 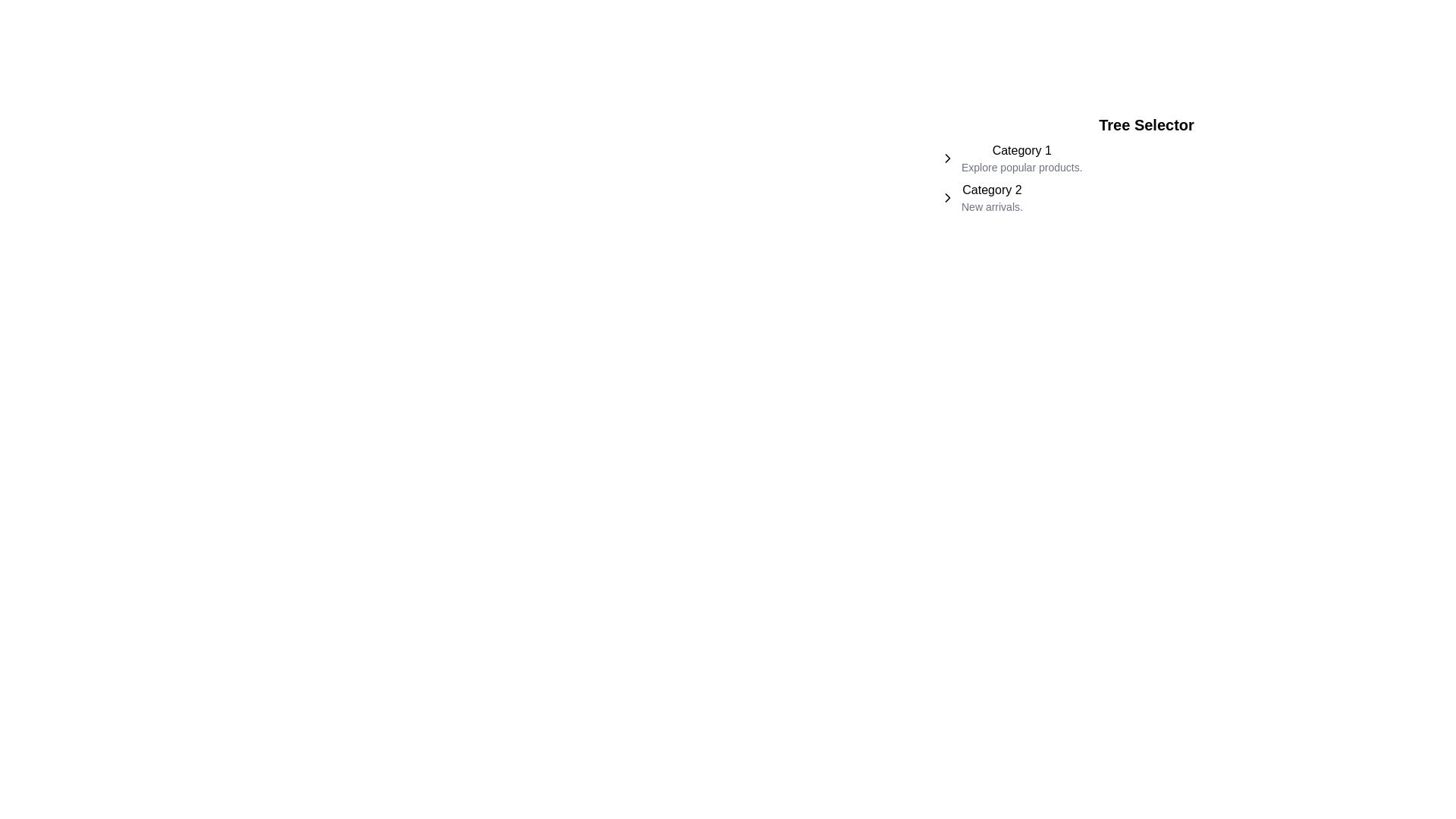 I want to click on the text element that reads 'Category 2', which is styled with medium font weight and is positioned below 'Category 1', so click(x=992, y=189).